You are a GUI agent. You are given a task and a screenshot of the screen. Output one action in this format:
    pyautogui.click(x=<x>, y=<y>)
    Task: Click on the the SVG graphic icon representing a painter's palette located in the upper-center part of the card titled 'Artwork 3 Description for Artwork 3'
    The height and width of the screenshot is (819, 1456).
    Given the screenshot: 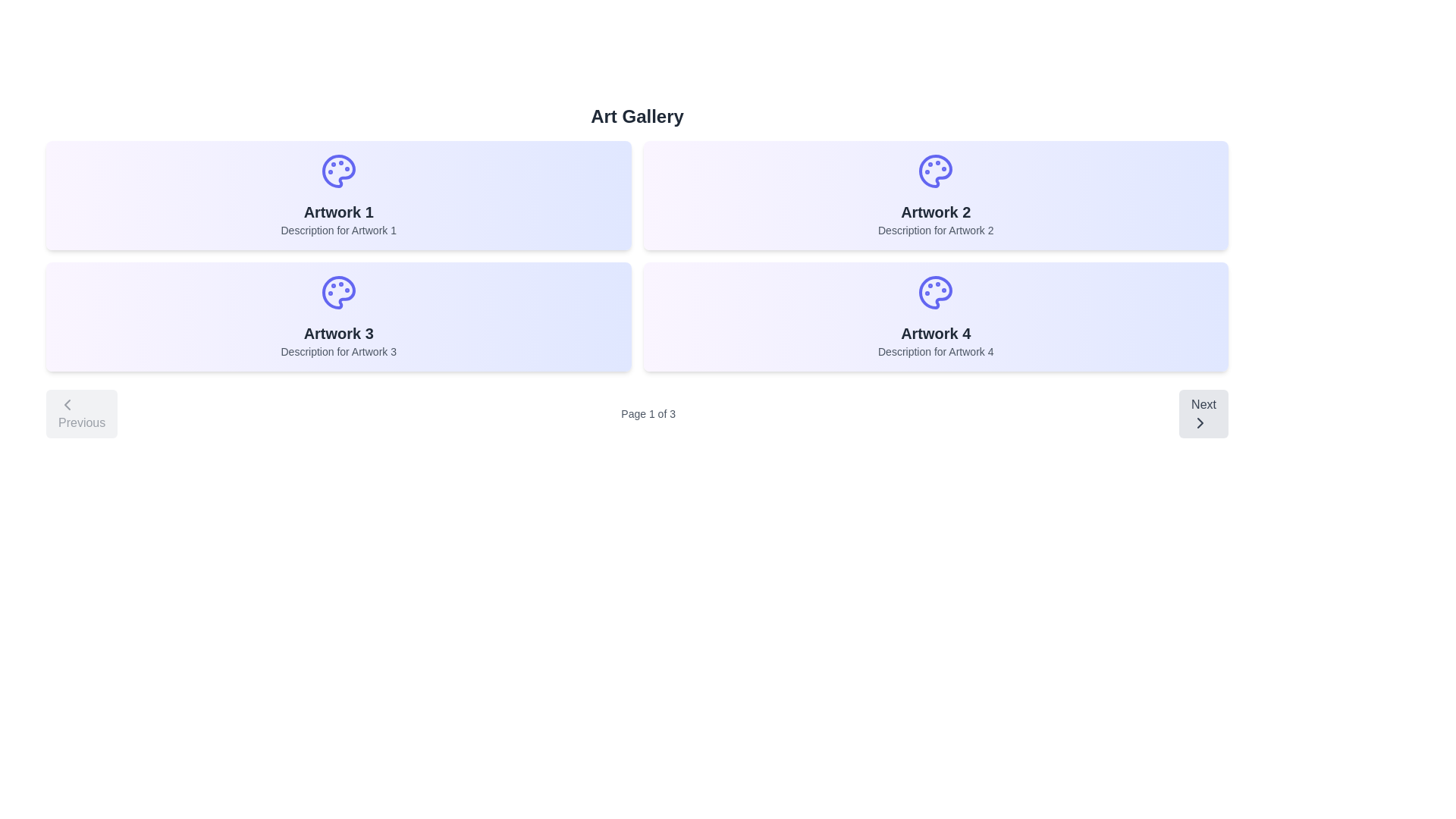 What is the action you would take?
    pyautogui.click(x=337, y=292)
    